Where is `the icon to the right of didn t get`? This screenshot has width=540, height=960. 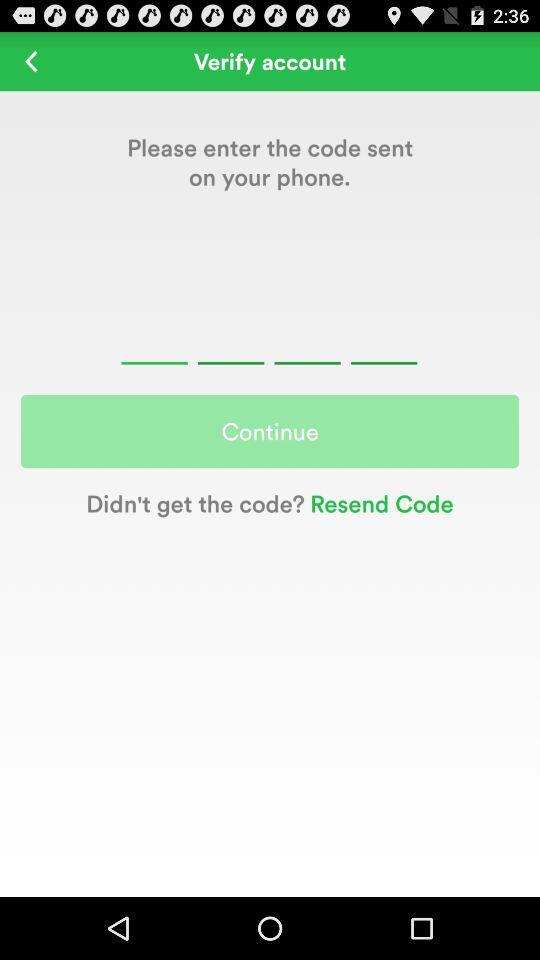 the icon to the right of didn t get is located at coordinates (379, 502).